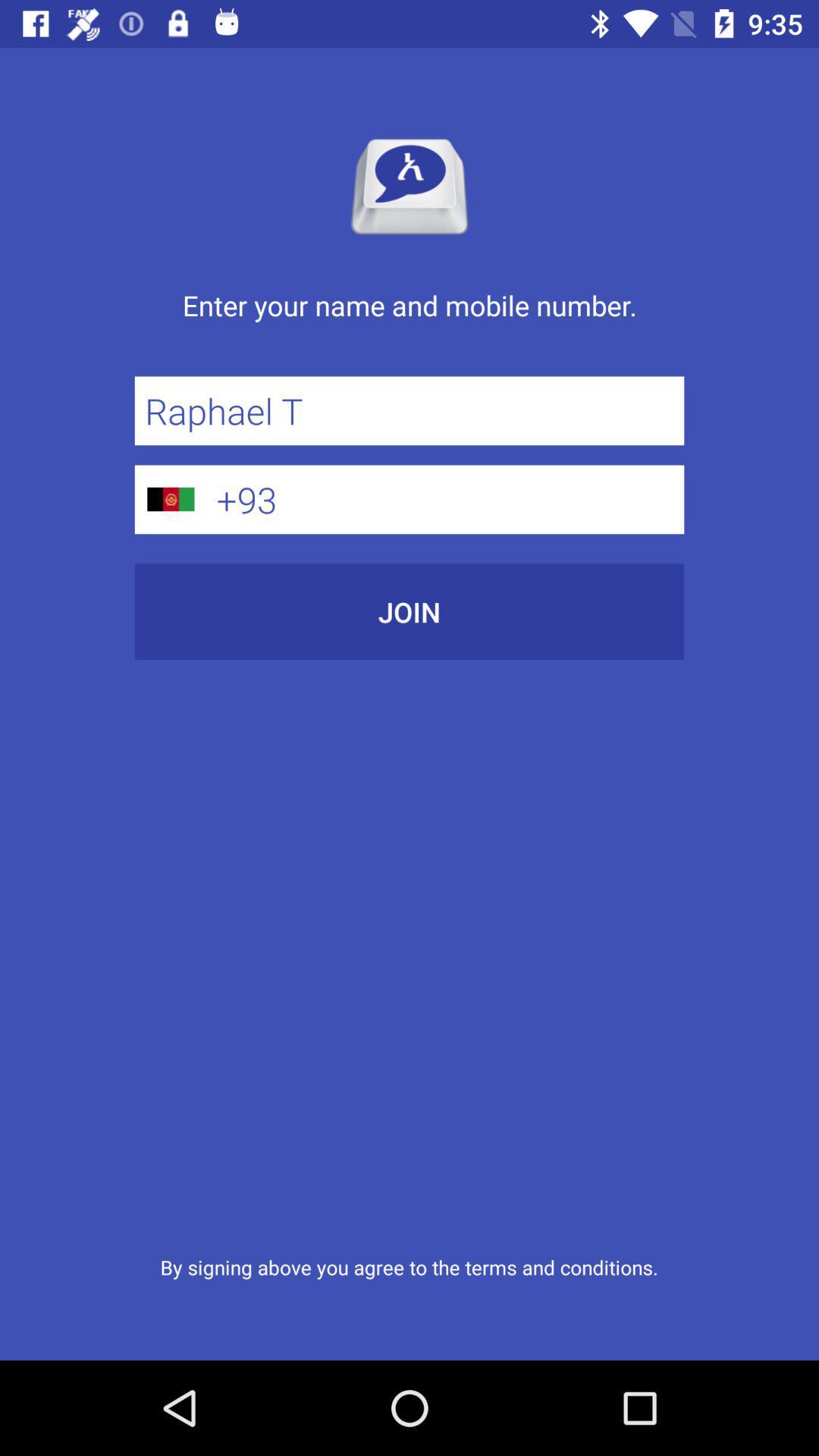  I want to click on the icon above join icon, so click(444, 499).